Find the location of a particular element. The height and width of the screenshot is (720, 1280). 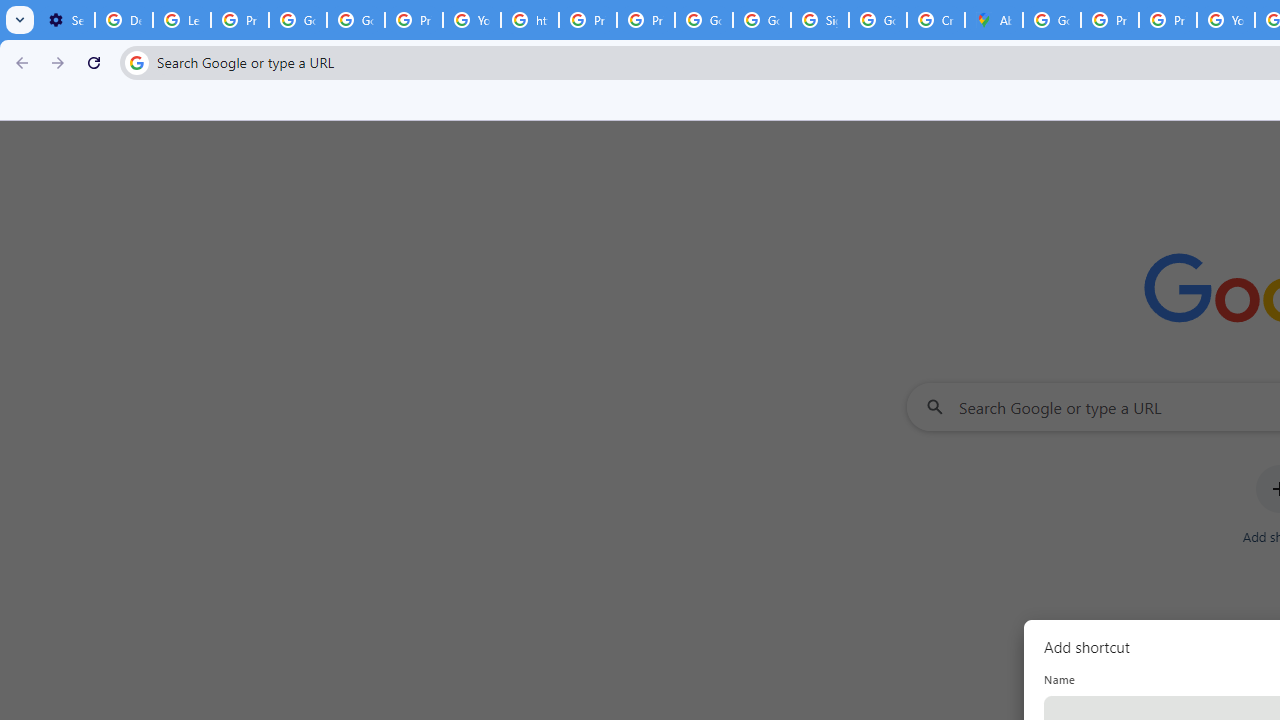

'Create your Google Account' is located at coordinates (935, 20).